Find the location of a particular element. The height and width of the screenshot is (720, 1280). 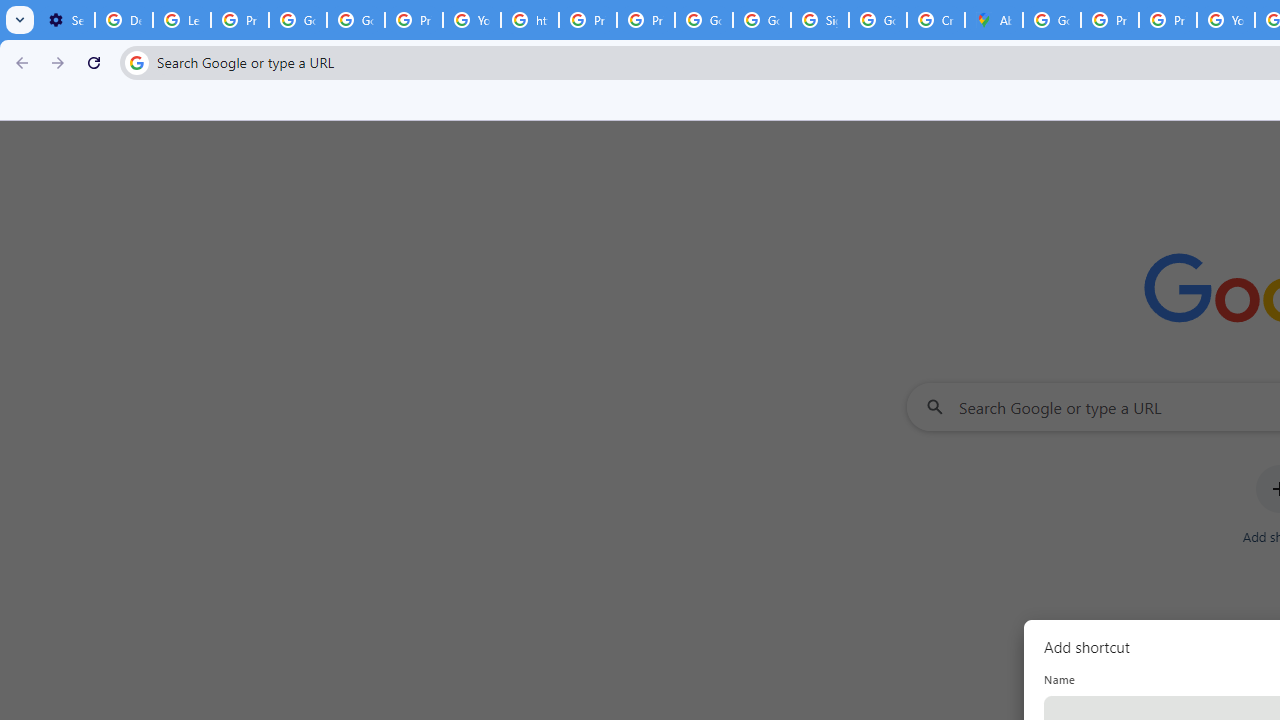

'Create your Google Account' is located at coordinates (935, 20).